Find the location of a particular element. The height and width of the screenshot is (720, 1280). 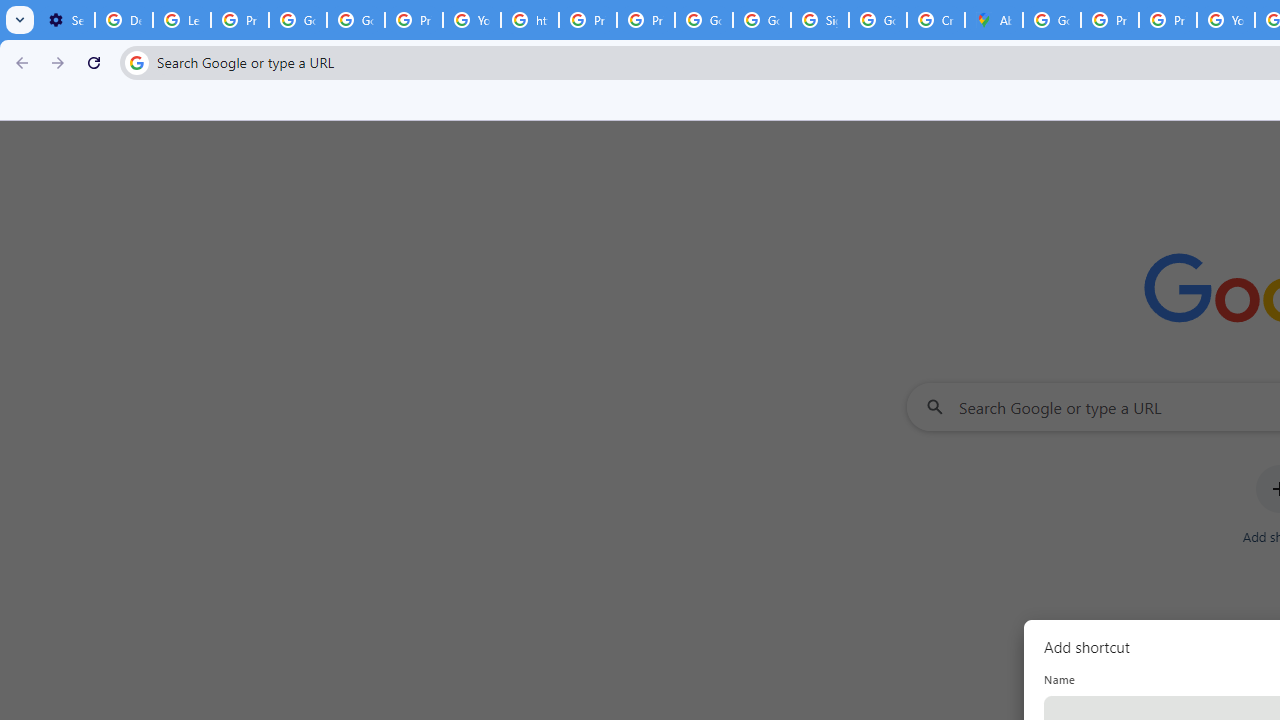

'Create your Google Account' is located at coordinates (935, 20).